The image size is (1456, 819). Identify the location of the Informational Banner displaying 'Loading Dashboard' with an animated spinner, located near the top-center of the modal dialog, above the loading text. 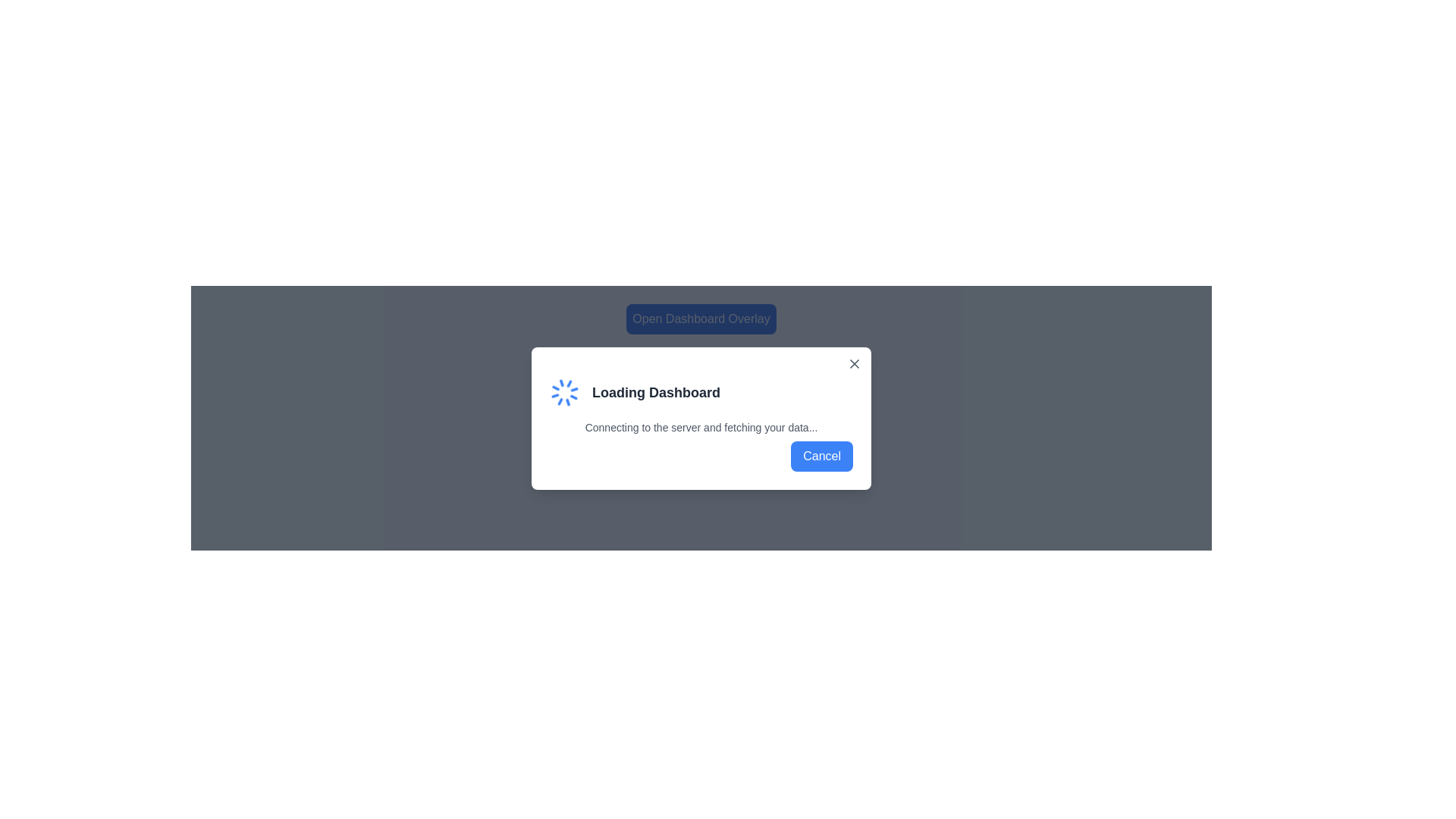
(701, 391).